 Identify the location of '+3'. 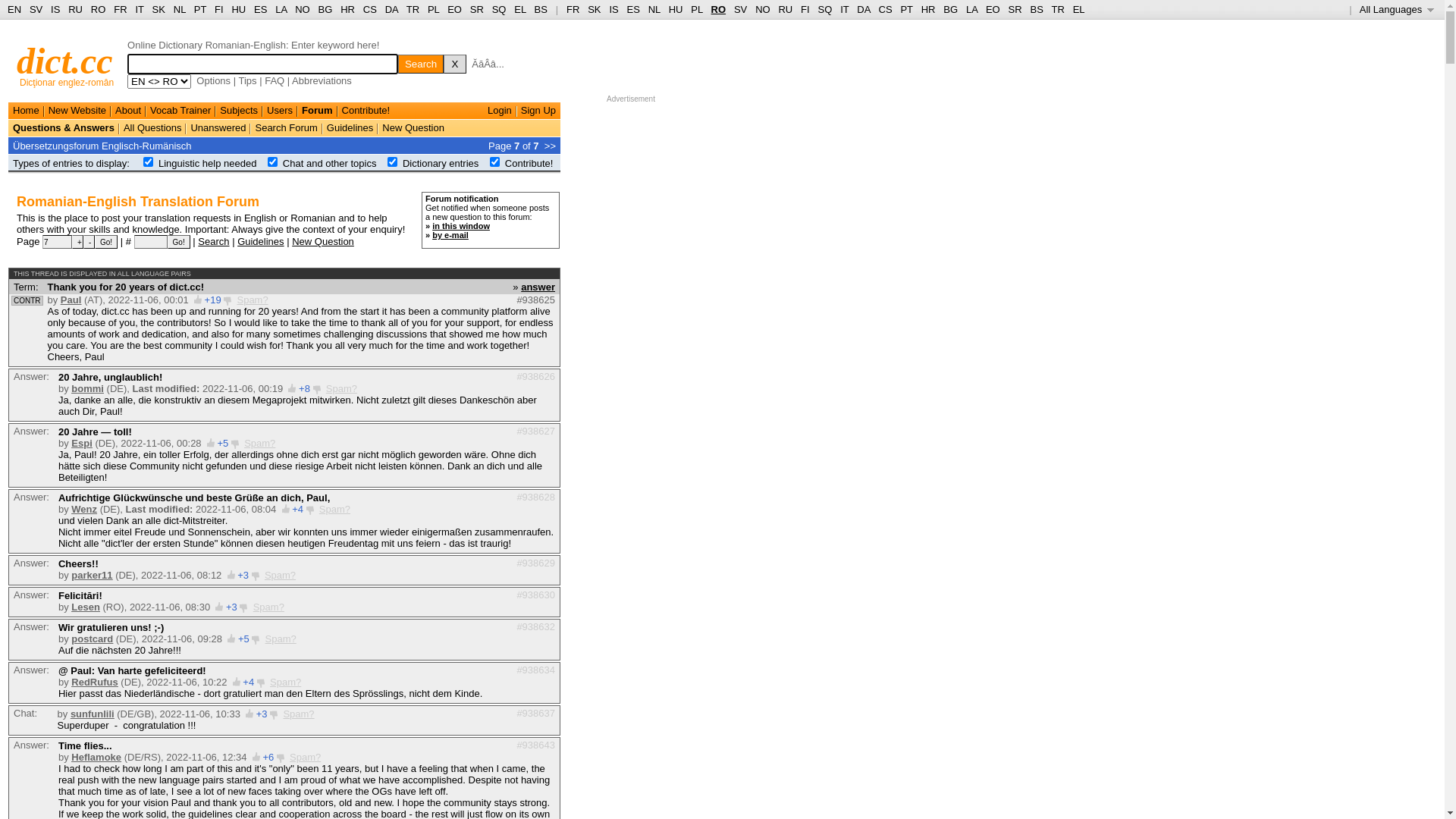
(231, 606).